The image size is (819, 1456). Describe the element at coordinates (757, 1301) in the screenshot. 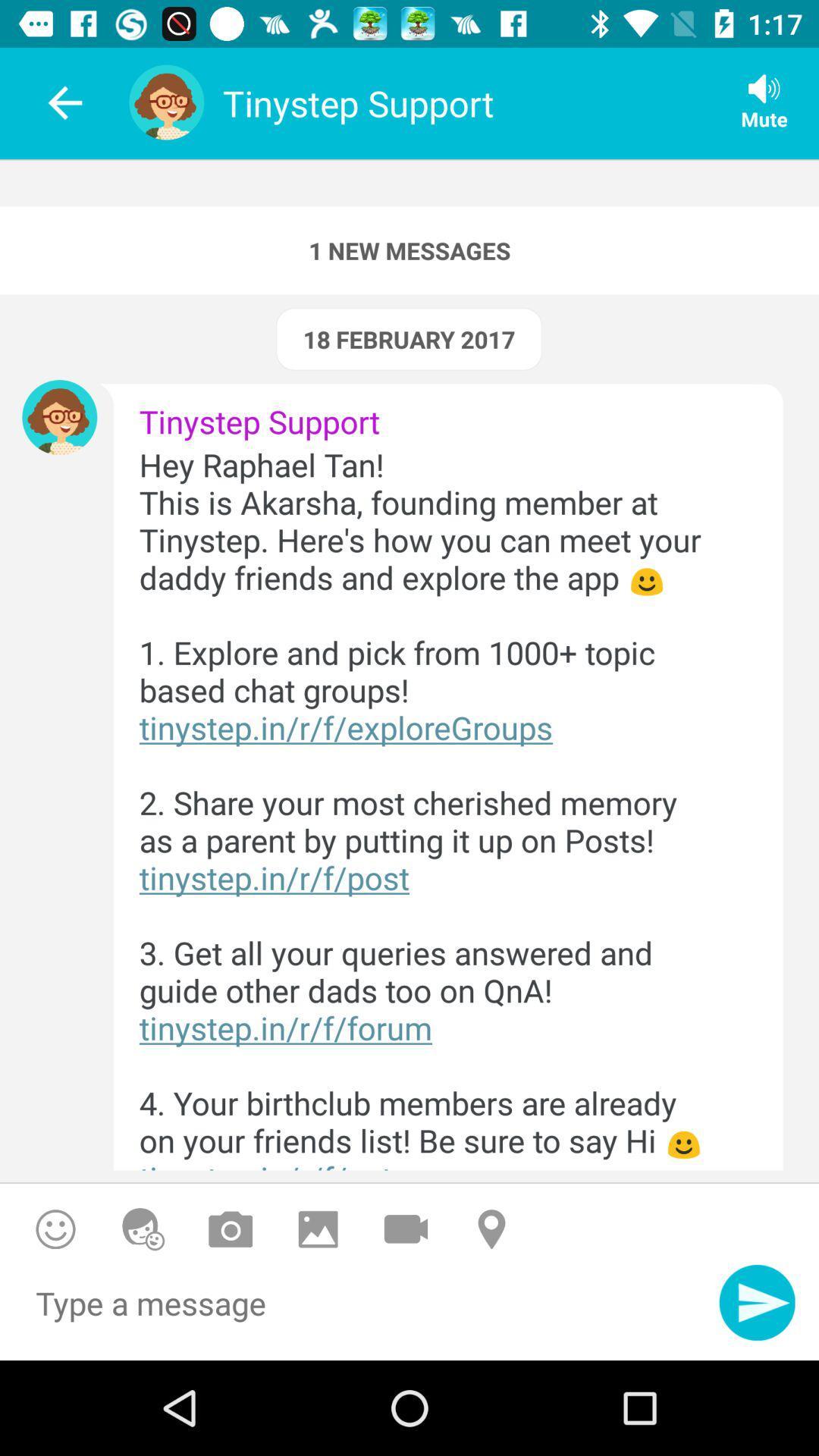

I see `send a message` at that location.